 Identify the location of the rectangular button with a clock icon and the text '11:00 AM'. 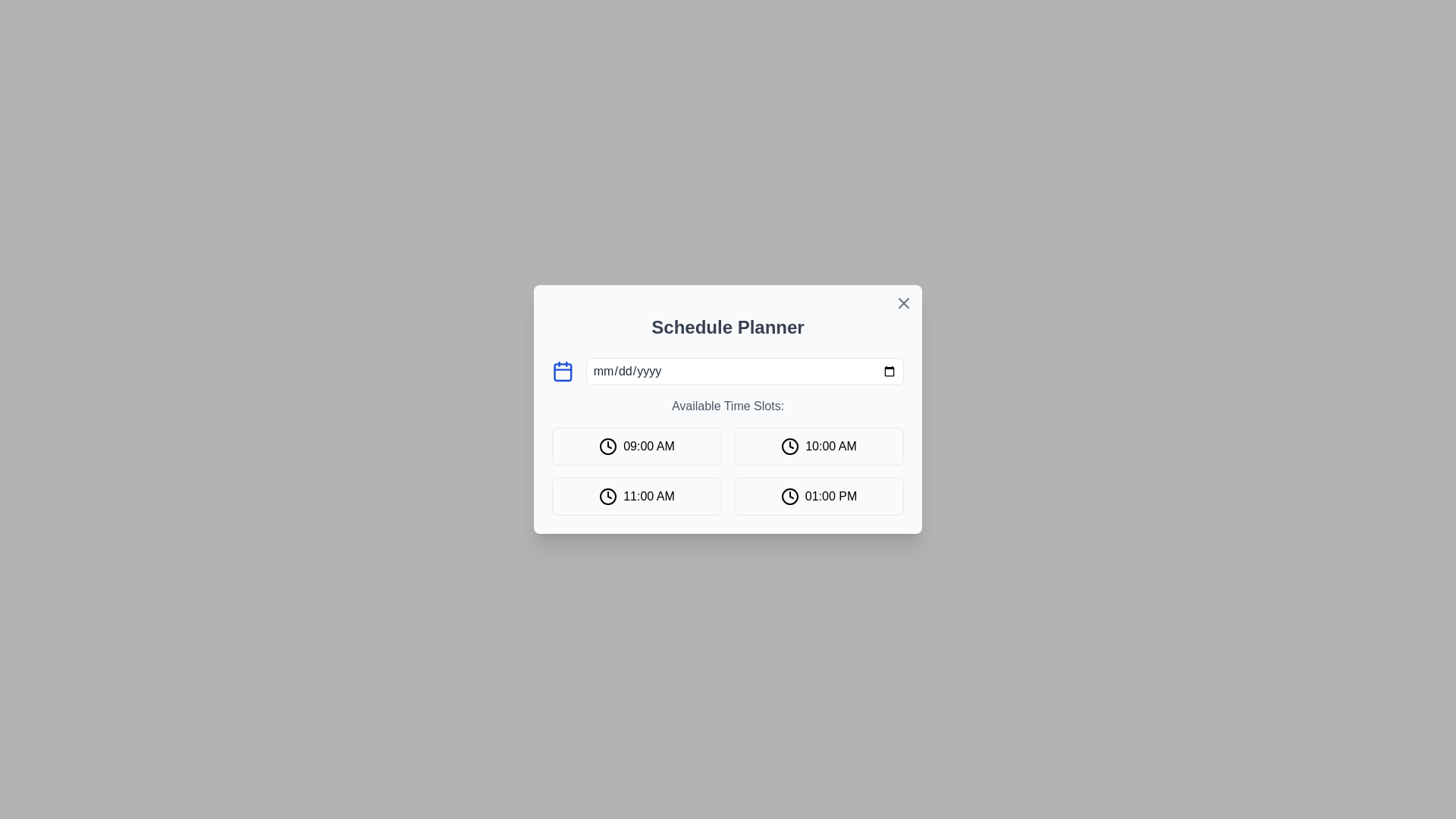
(637, 497).